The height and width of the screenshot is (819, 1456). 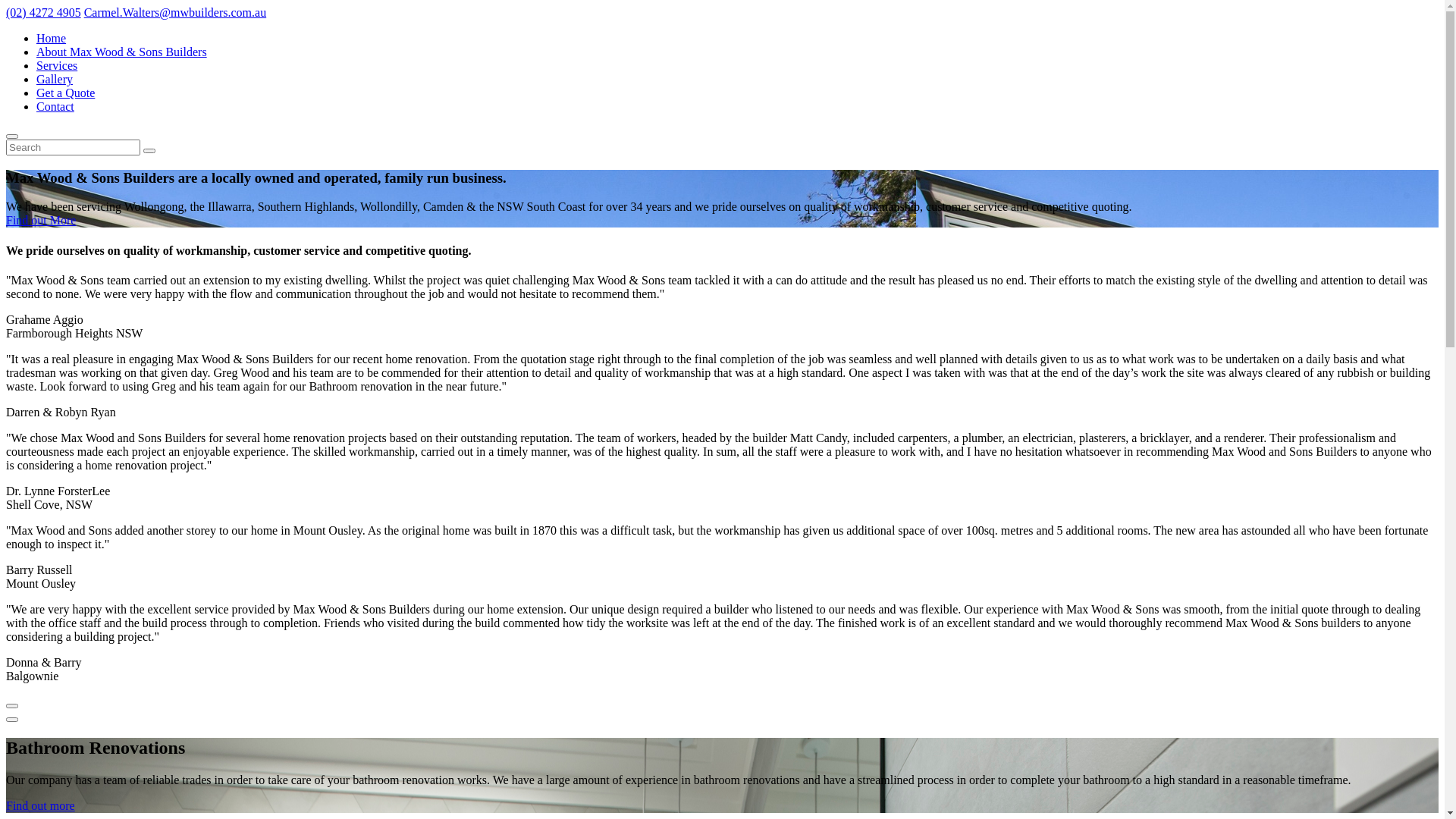 What do you see at coordinates (40, 805) in the screenshot?
I see `'Find out more'` at bounding box center [40, 805].